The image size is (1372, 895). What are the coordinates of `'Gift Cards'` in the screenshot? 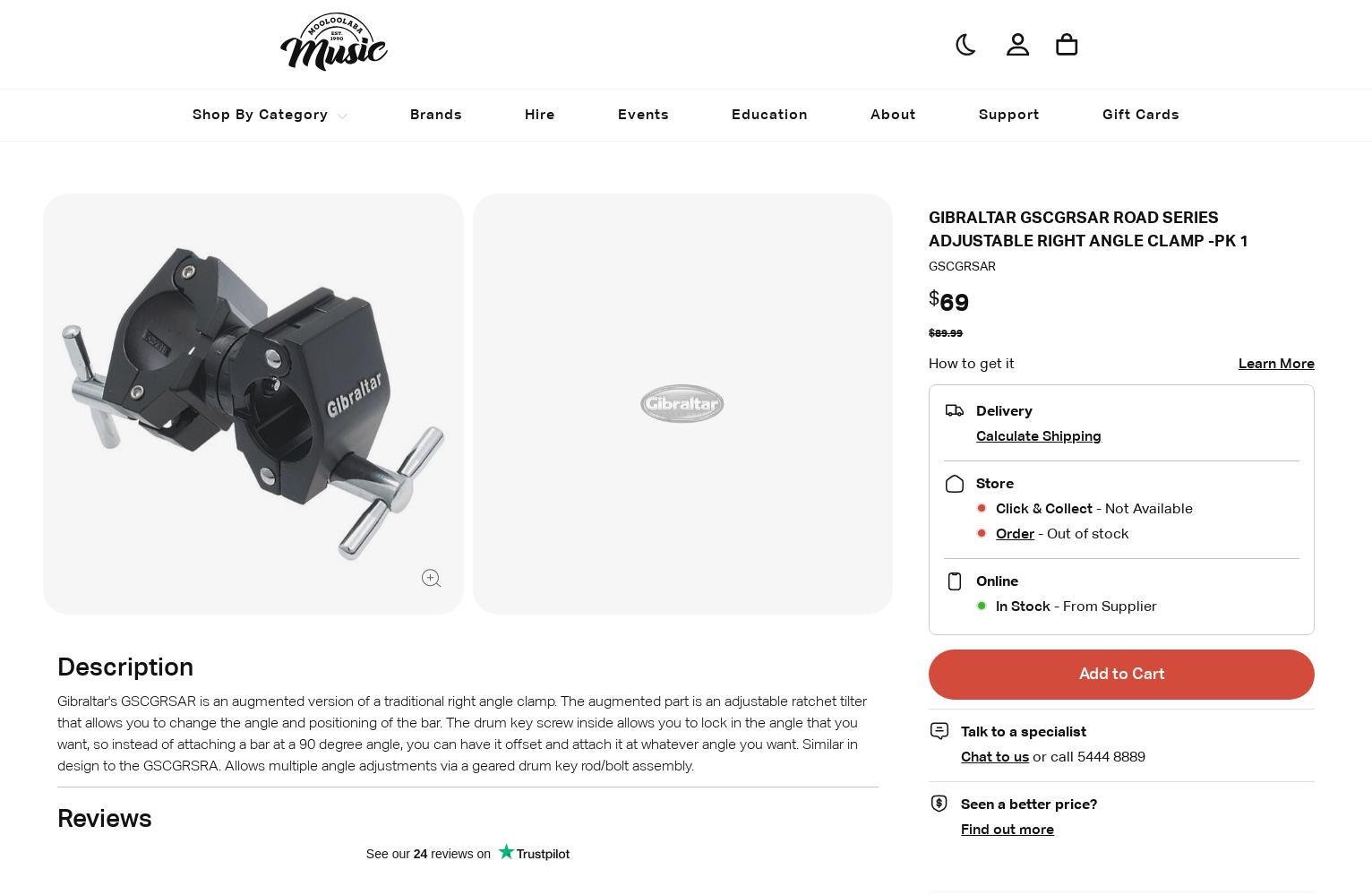 It's located at (1102, 114).